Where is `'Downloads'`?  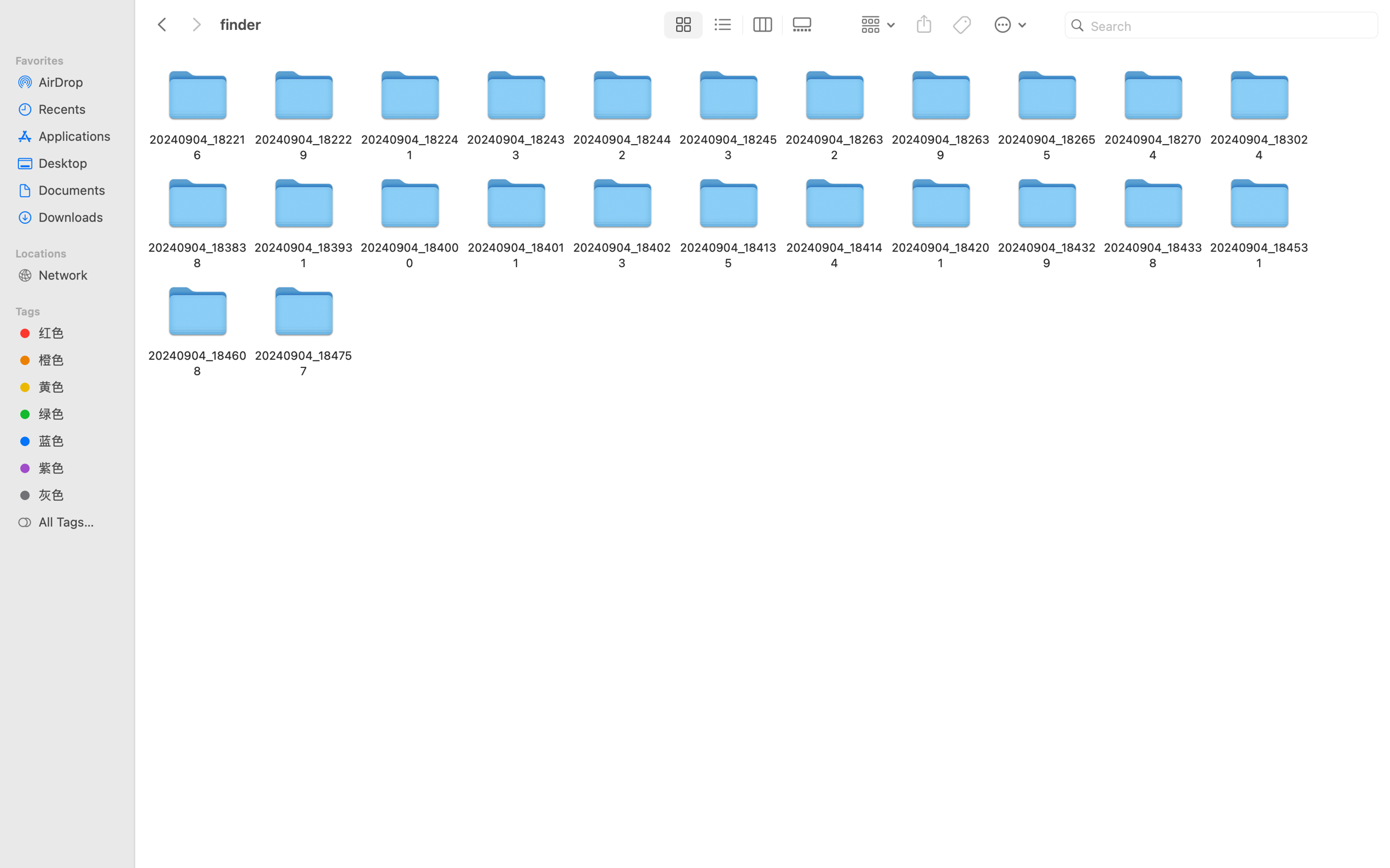
'Downloads' is located at coordinates (77, 217).